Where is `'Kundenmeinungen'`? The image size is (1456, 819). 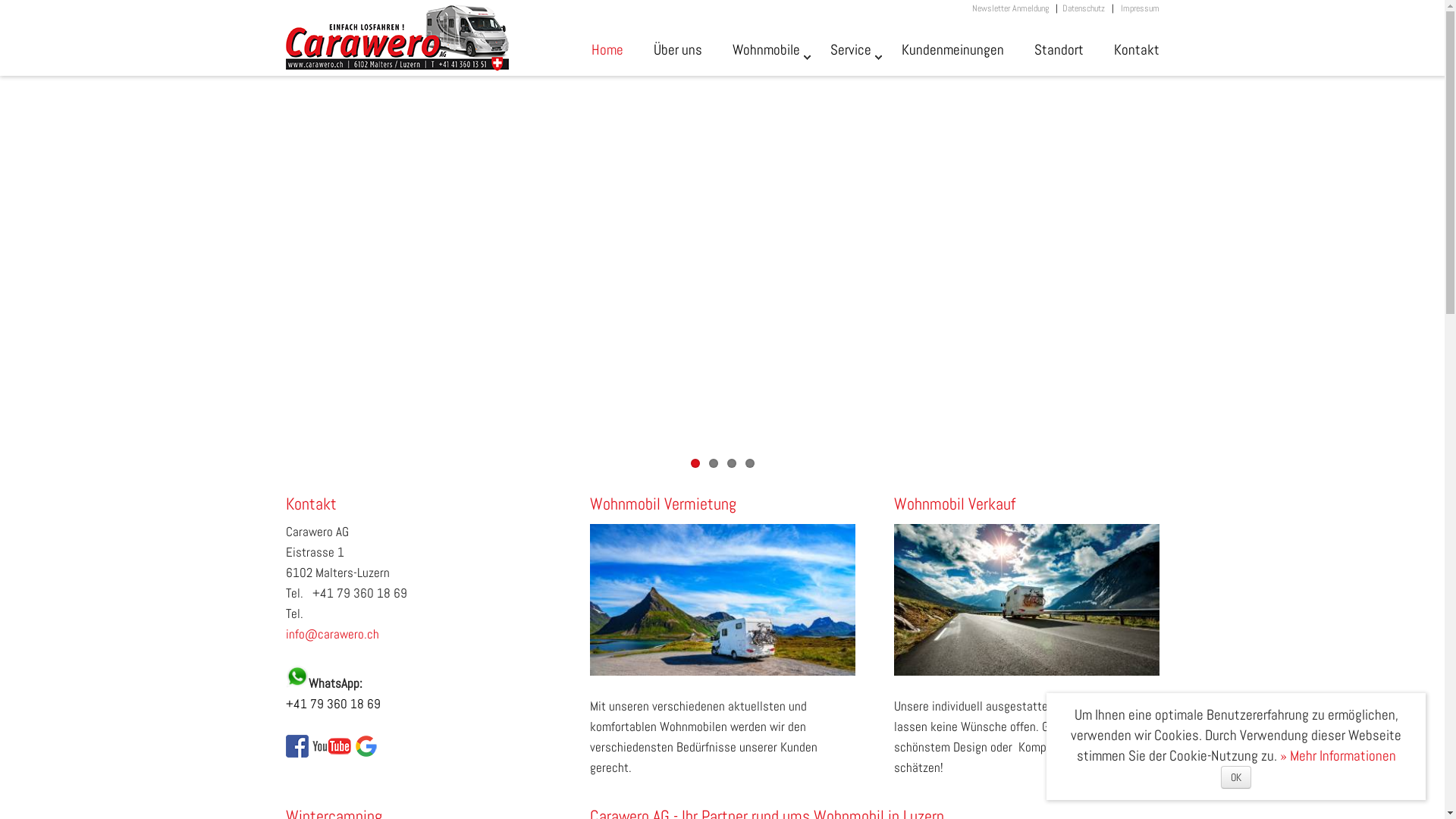 'Kundenmeinungen' is located at coordinates (951, 57).